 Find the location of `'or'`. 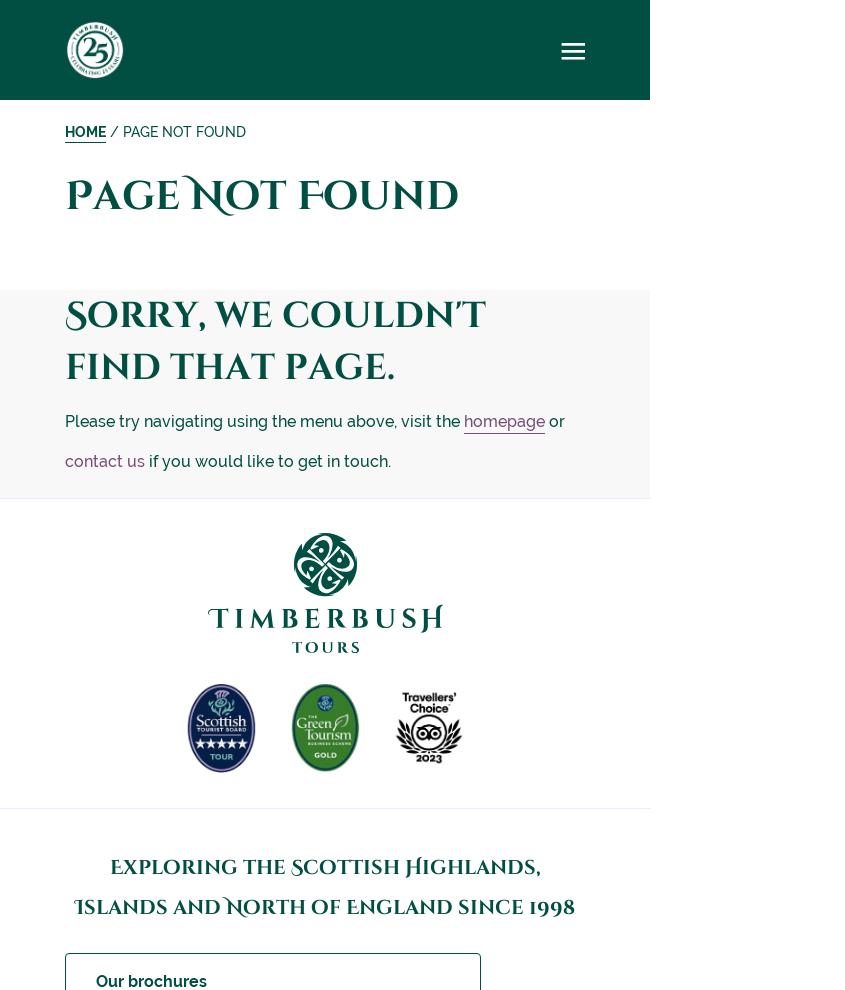

'or' is located at coordinates (556, 420).